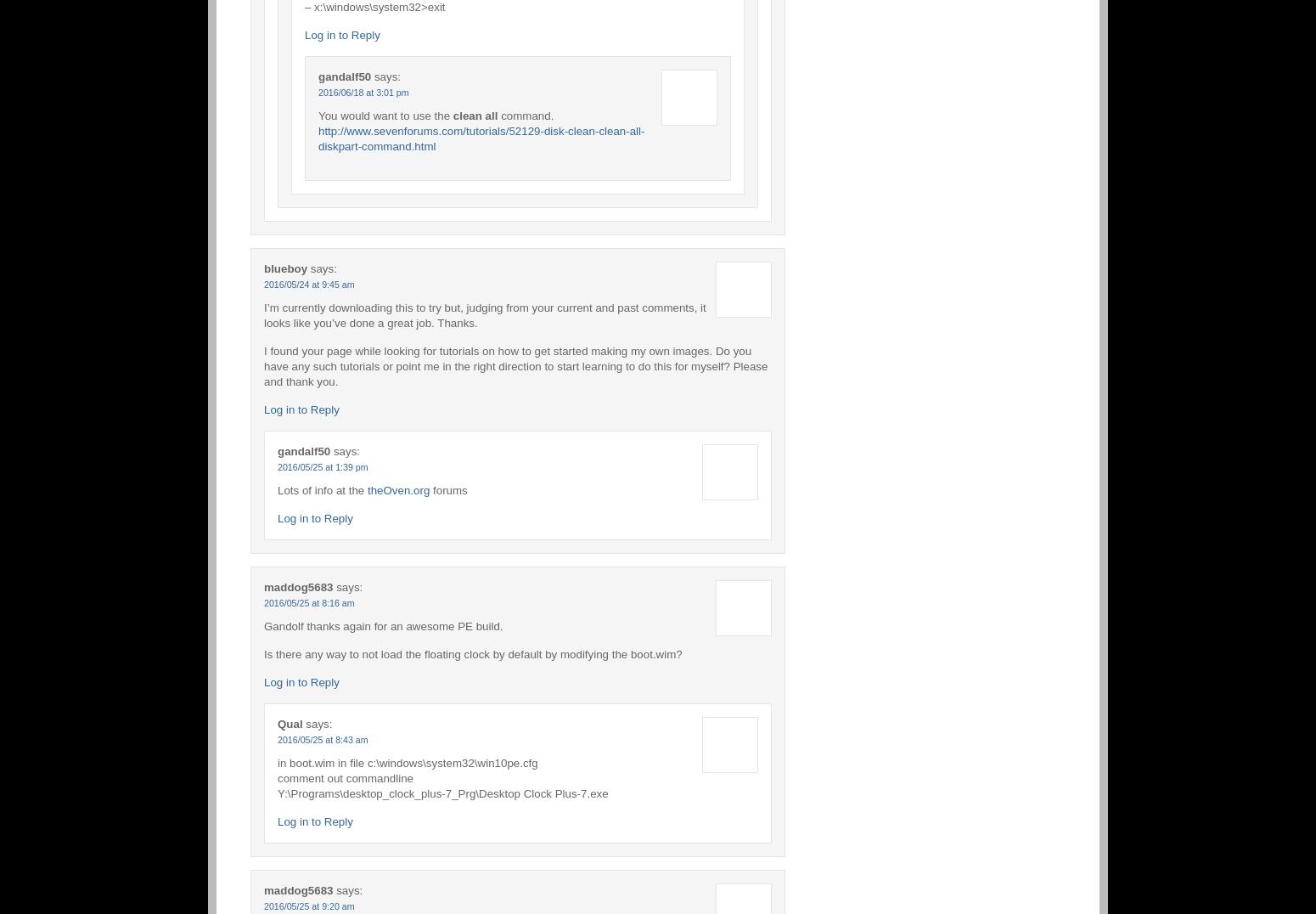 Image resolution: width=1316 pixels, height=914 pixels. Describe the element at coordinates (263, 624) in the screenshot. I see `'Gandolf thanks again for an awesome PE build.'` at that location.